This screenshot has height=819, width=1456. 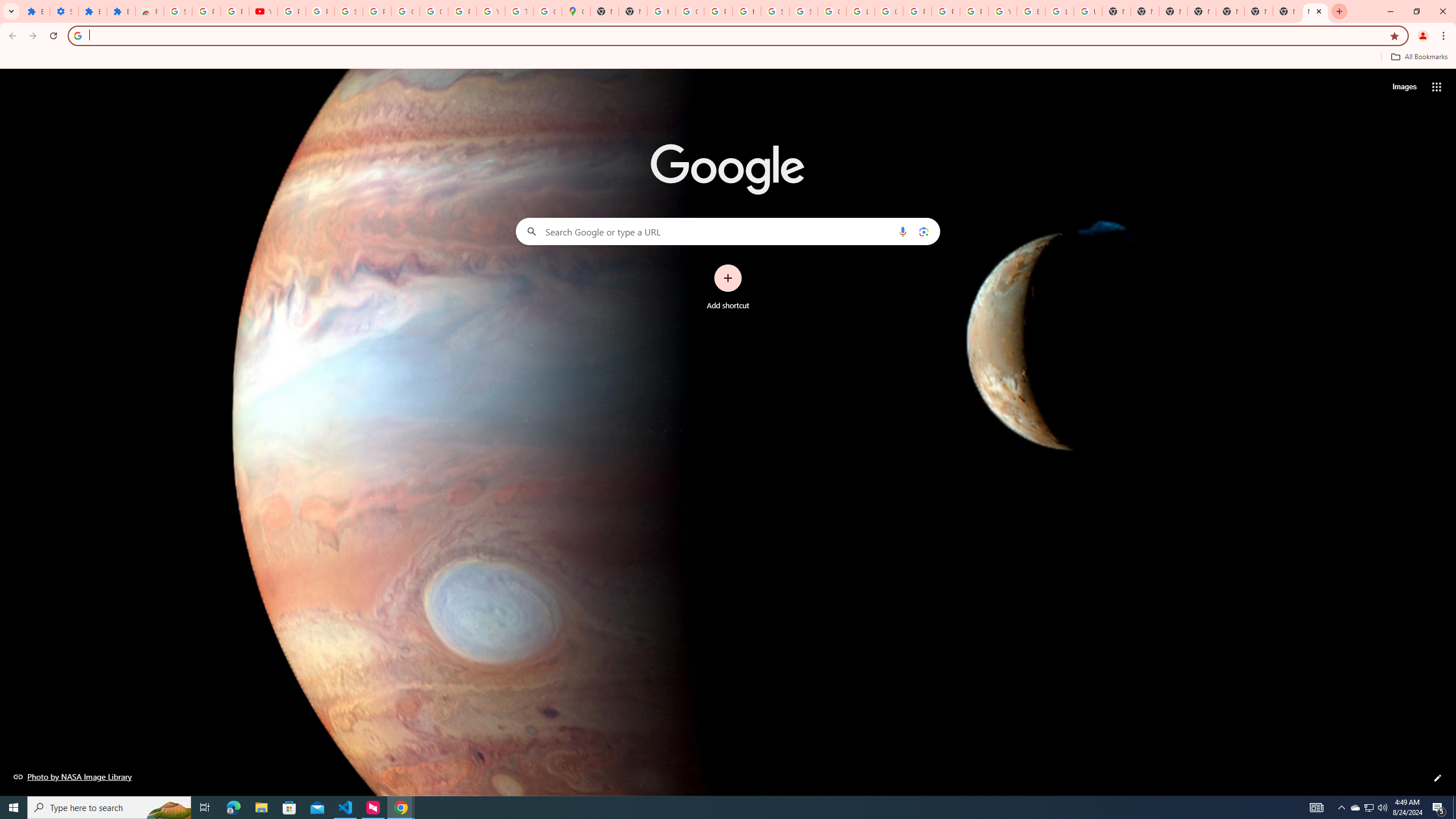 What do you see at coordinates (1437, 777) in the screenshot?
I see `'Customize this page'` at bounding box center [1437, 777].